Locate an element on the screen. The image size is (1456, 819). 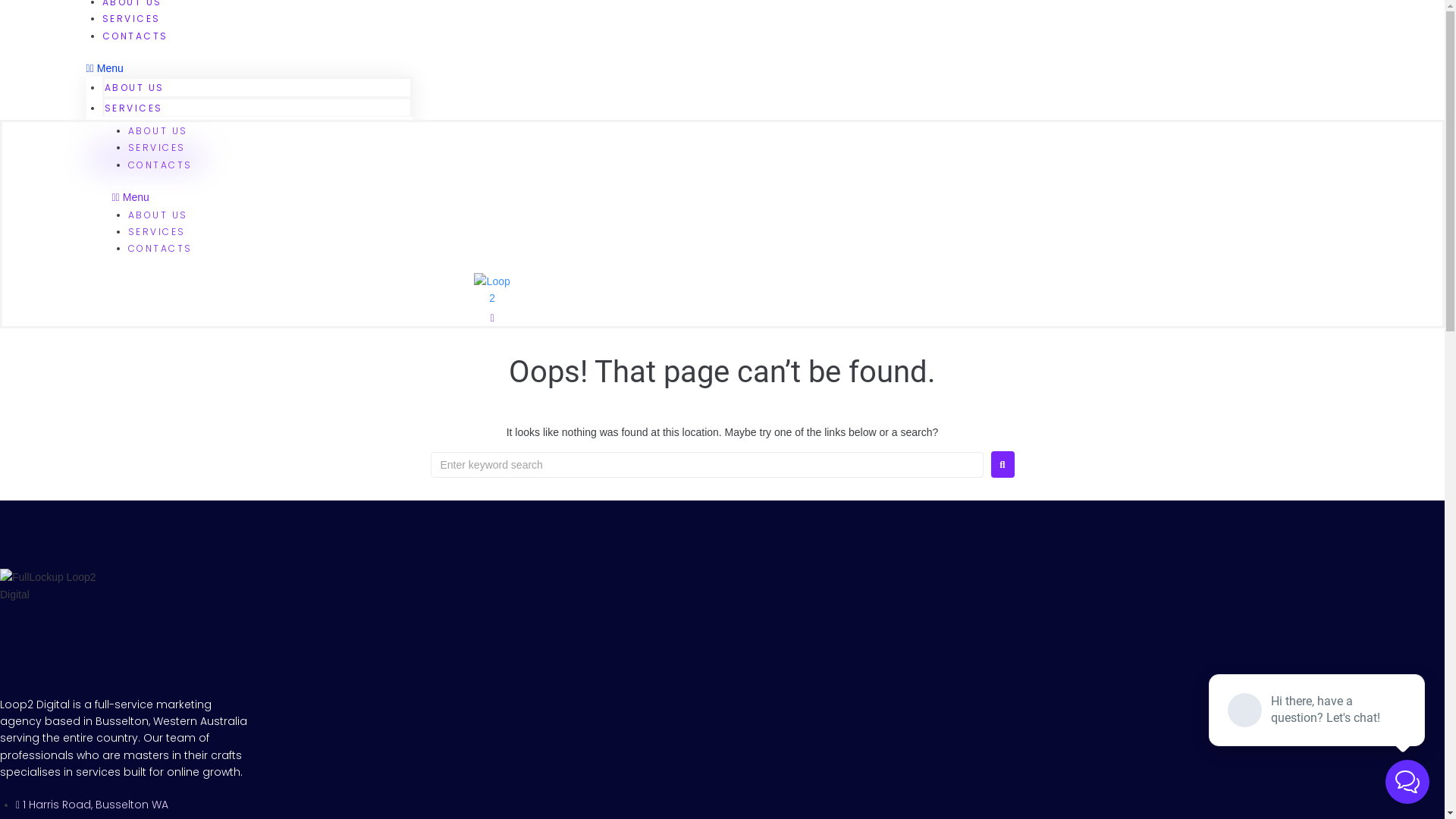
'CONTACTS' is located at coordinates (101, 124).